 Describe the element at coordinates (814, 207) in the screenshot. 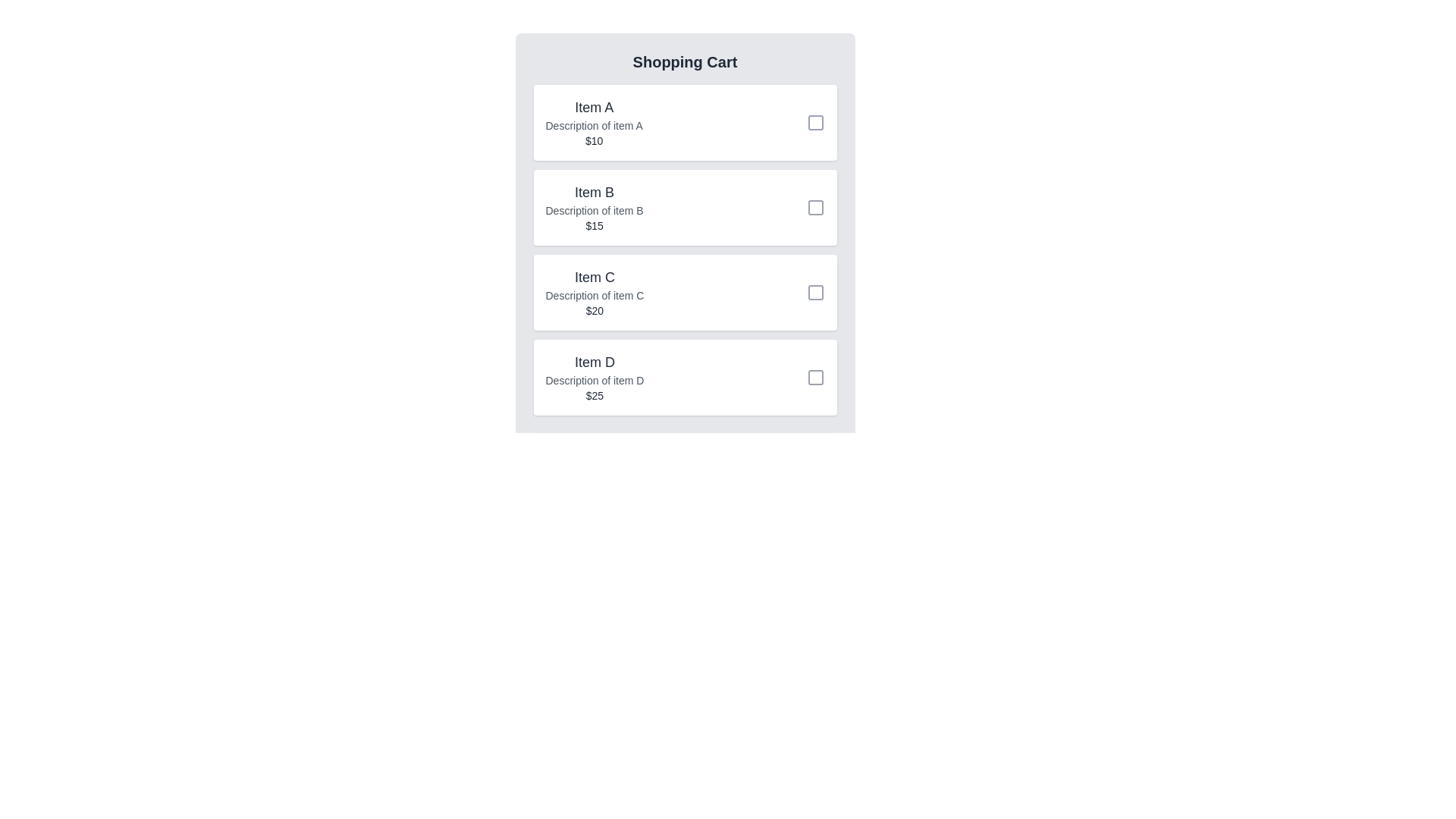

I see `the checkbox located in the 'Item B' section of the shopping cart interface` at that location.